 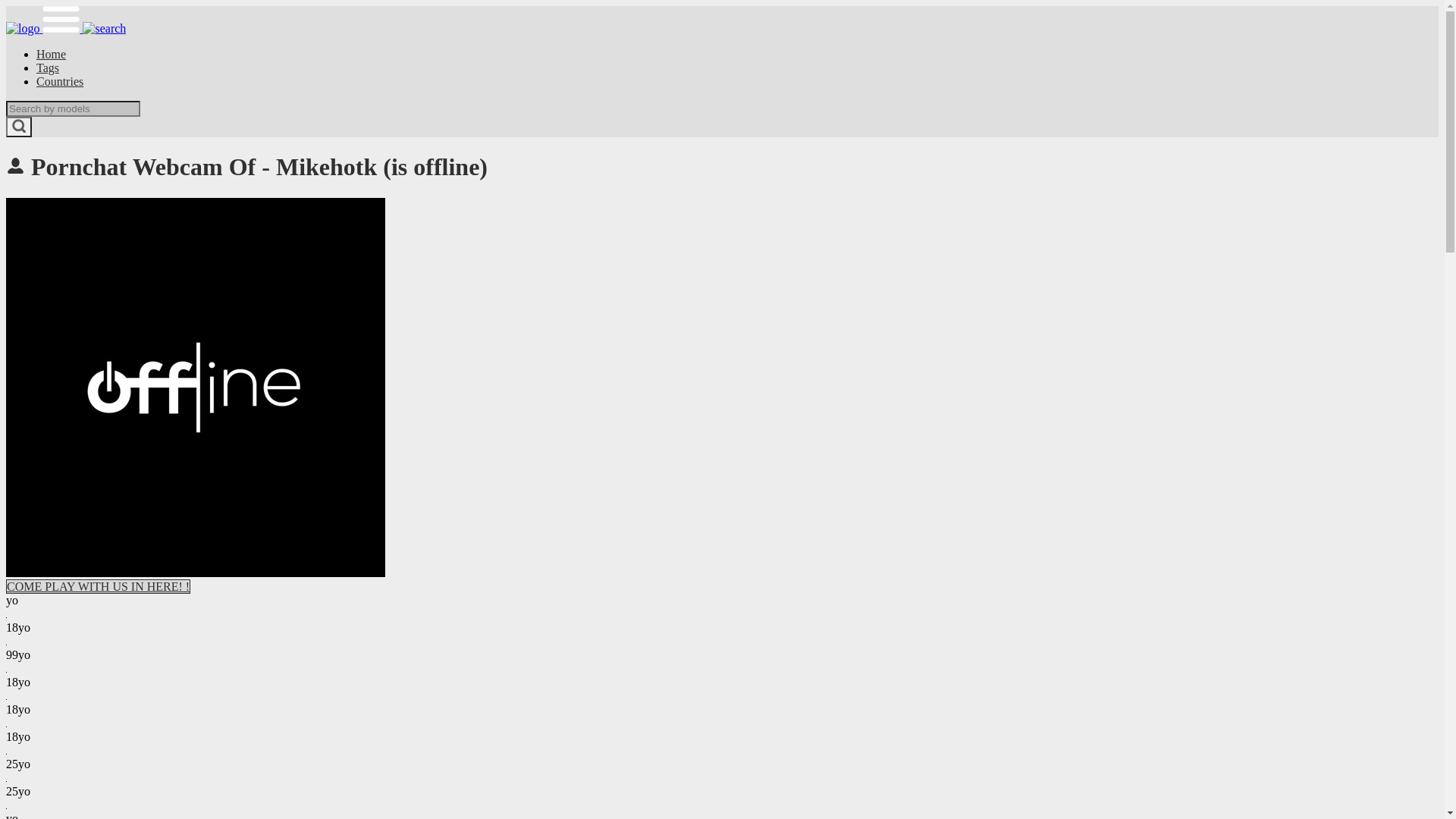 What do you see at coordinates (97, 585) in the screenshot?
I see `'COME PLAY WITH US IN HERE! !'` at bounding box center [97, 585].